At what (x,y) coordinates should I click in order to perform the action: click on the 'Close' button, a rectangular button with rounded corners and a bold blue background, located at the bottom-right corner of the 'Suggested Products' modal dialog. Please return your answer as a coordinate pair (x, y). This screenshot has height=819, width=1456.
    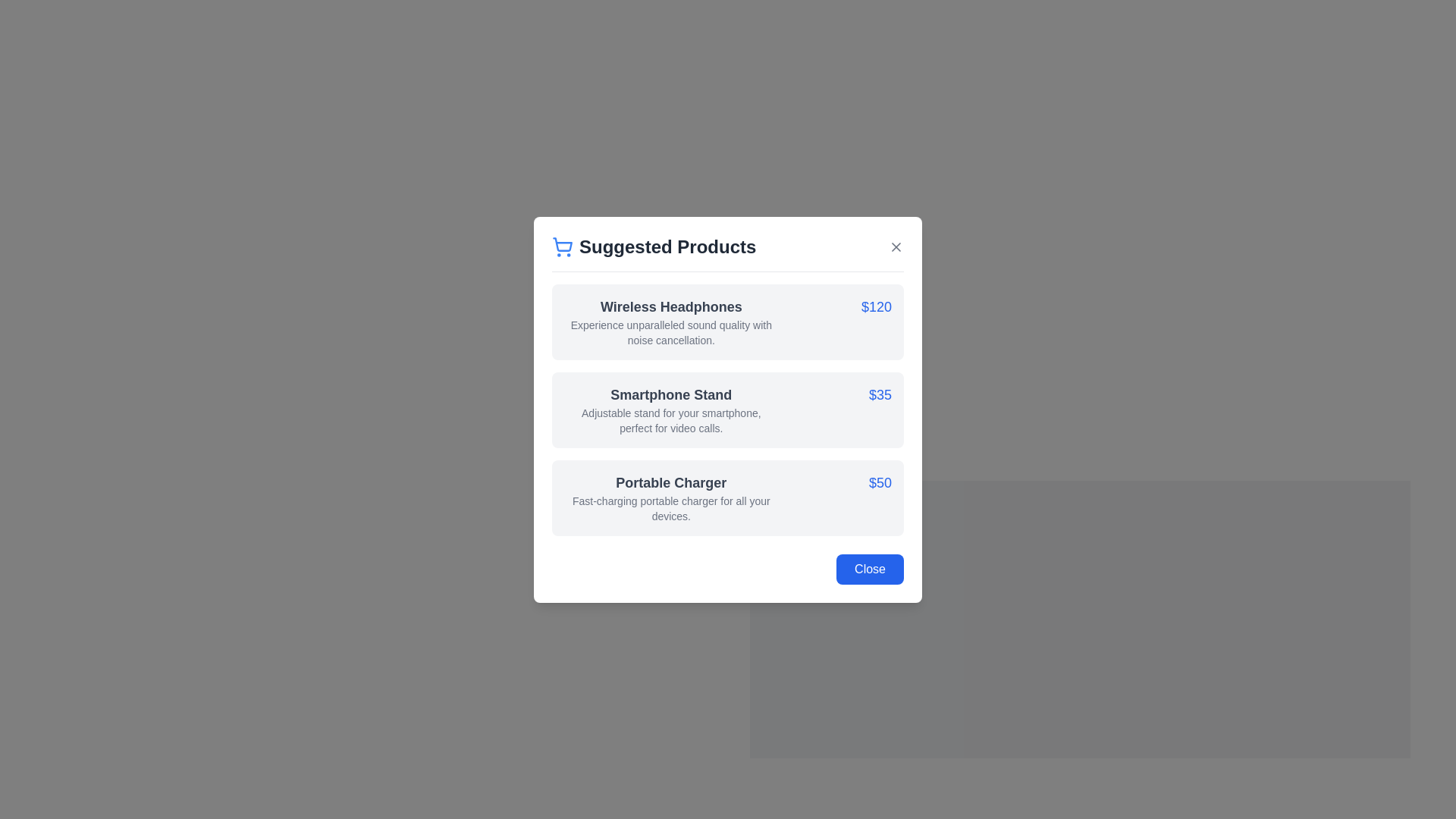
    Looking at the image, I should click on (870, 569).